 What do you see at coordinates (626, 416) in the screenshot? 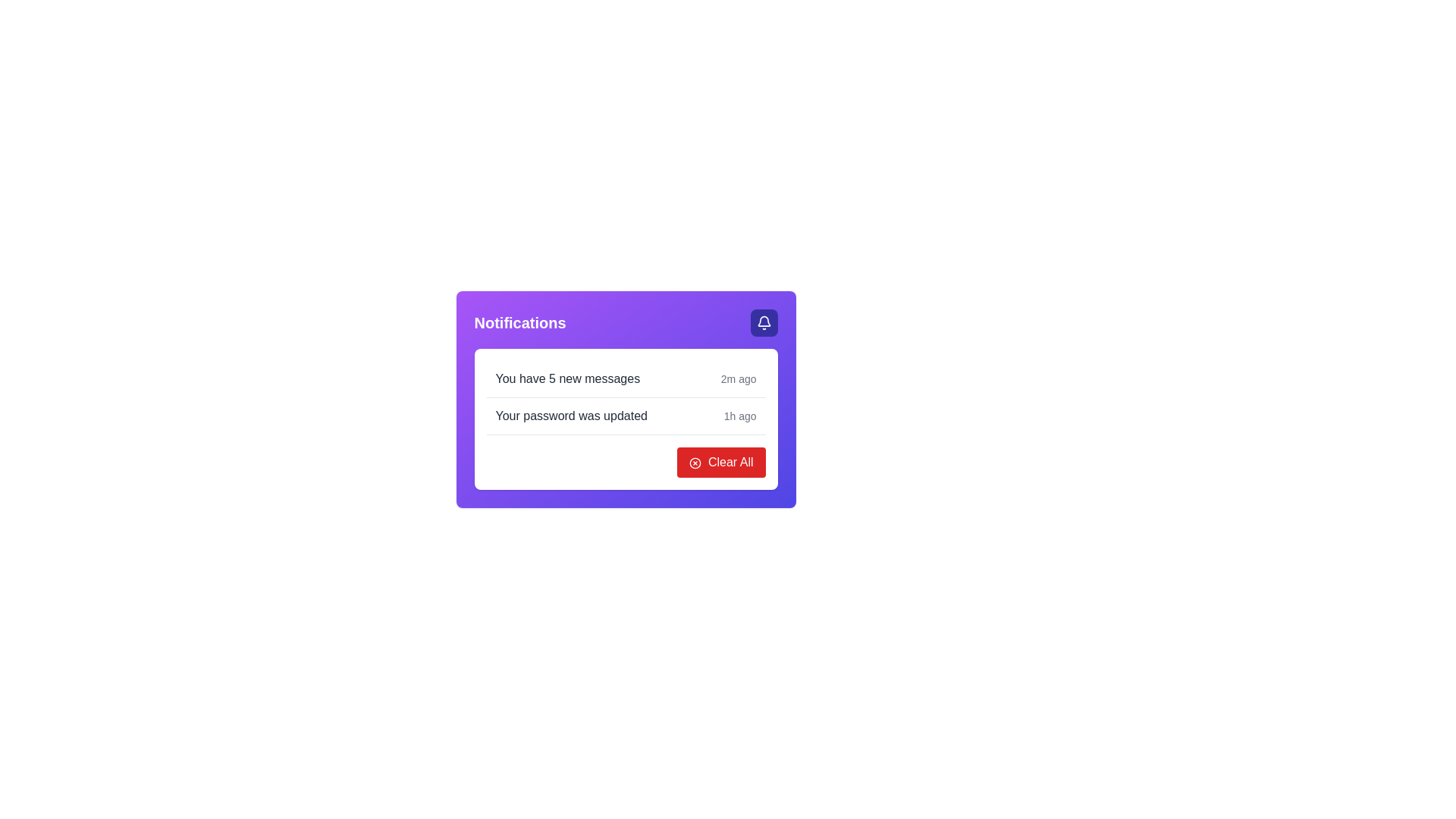
I see `notification details of the second notification item that displays 'Your password was updated' and '1h ago'` at bounding box center [626, 416].